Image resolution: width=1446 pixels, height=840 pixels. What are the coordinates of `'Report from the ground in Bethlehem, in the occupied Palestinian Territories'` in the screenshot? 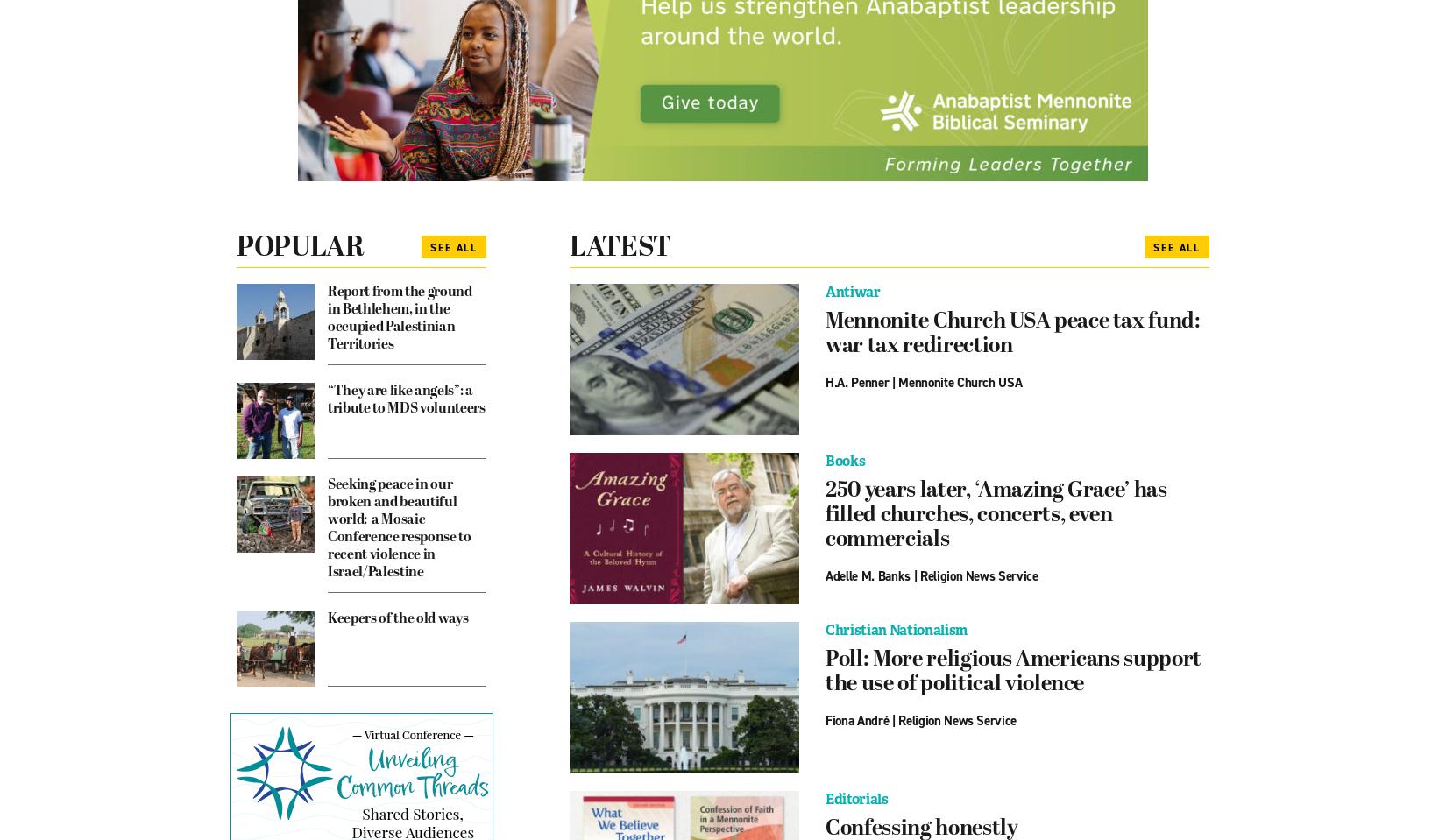 It's located at (399, 317).